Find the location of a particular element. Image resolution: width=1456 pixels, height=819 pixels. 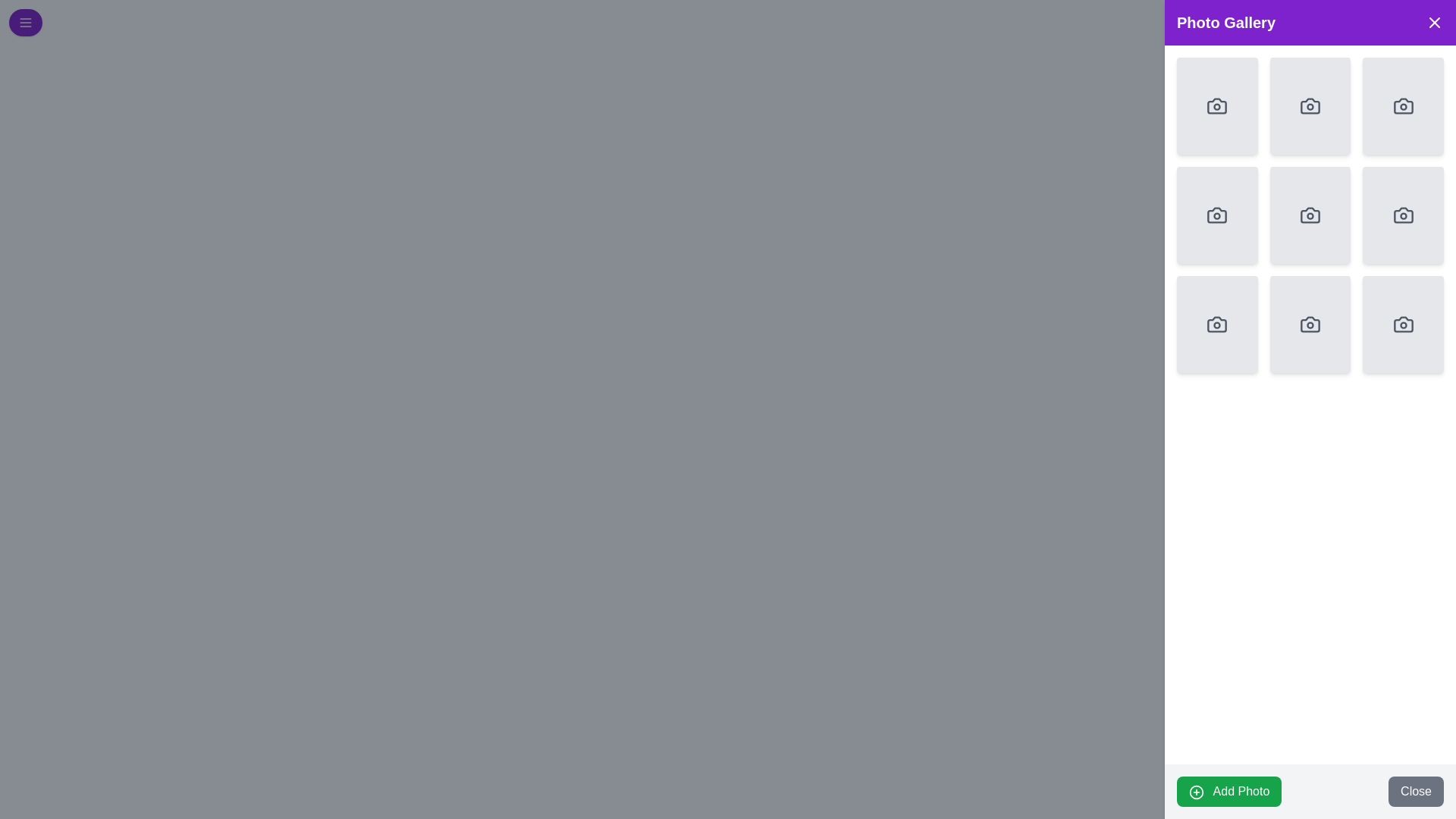

the camera icon located in the second row and third column of the grid layout in the photo gallery interface is located at coordinates (1217, 215).